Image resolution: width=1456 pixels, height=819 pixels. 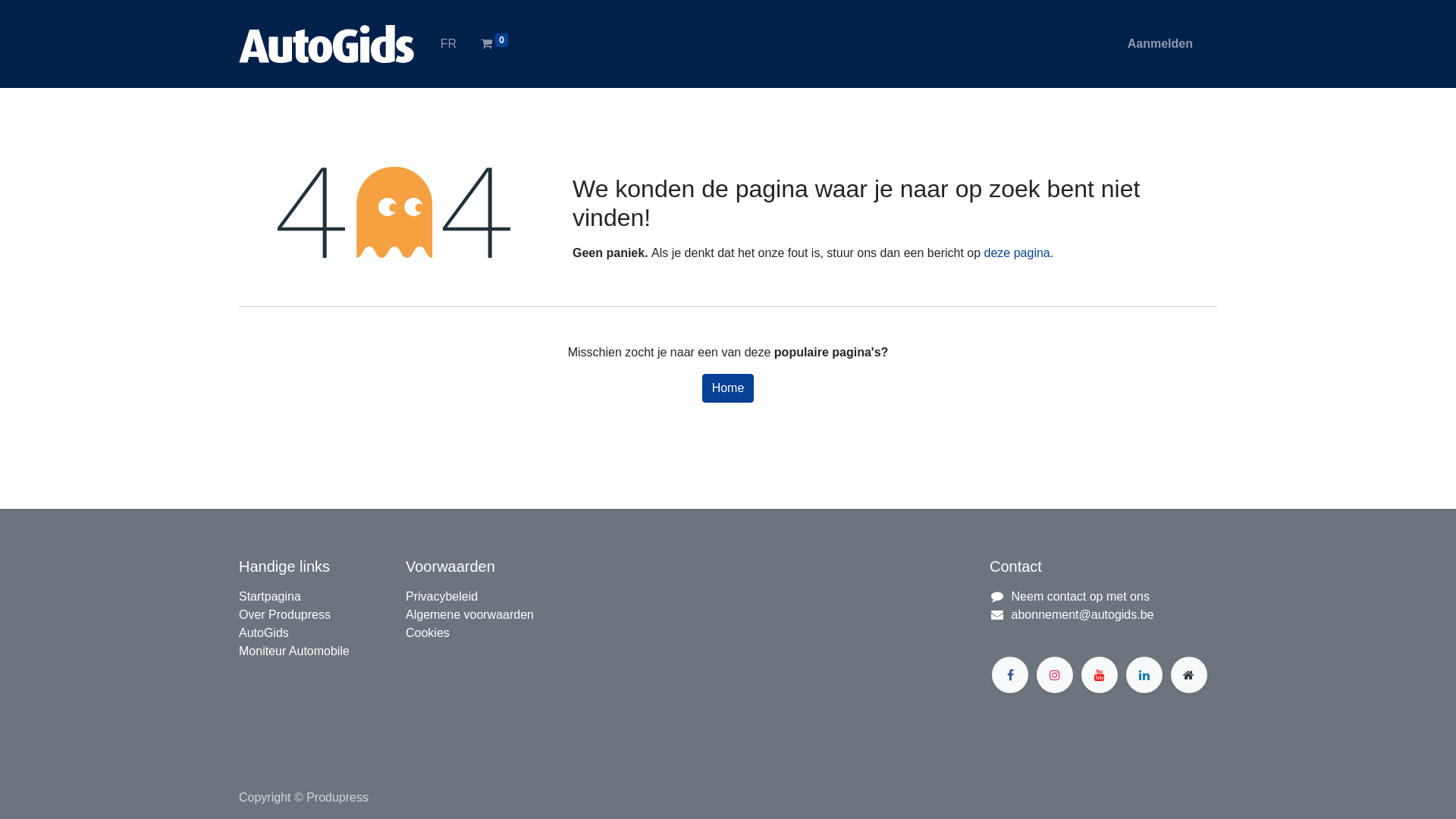 What do you see at coordinates (1082, 614) in the screenshot?
I see `'abonnement@autogids.be'` at bounding box center [1082, 614].